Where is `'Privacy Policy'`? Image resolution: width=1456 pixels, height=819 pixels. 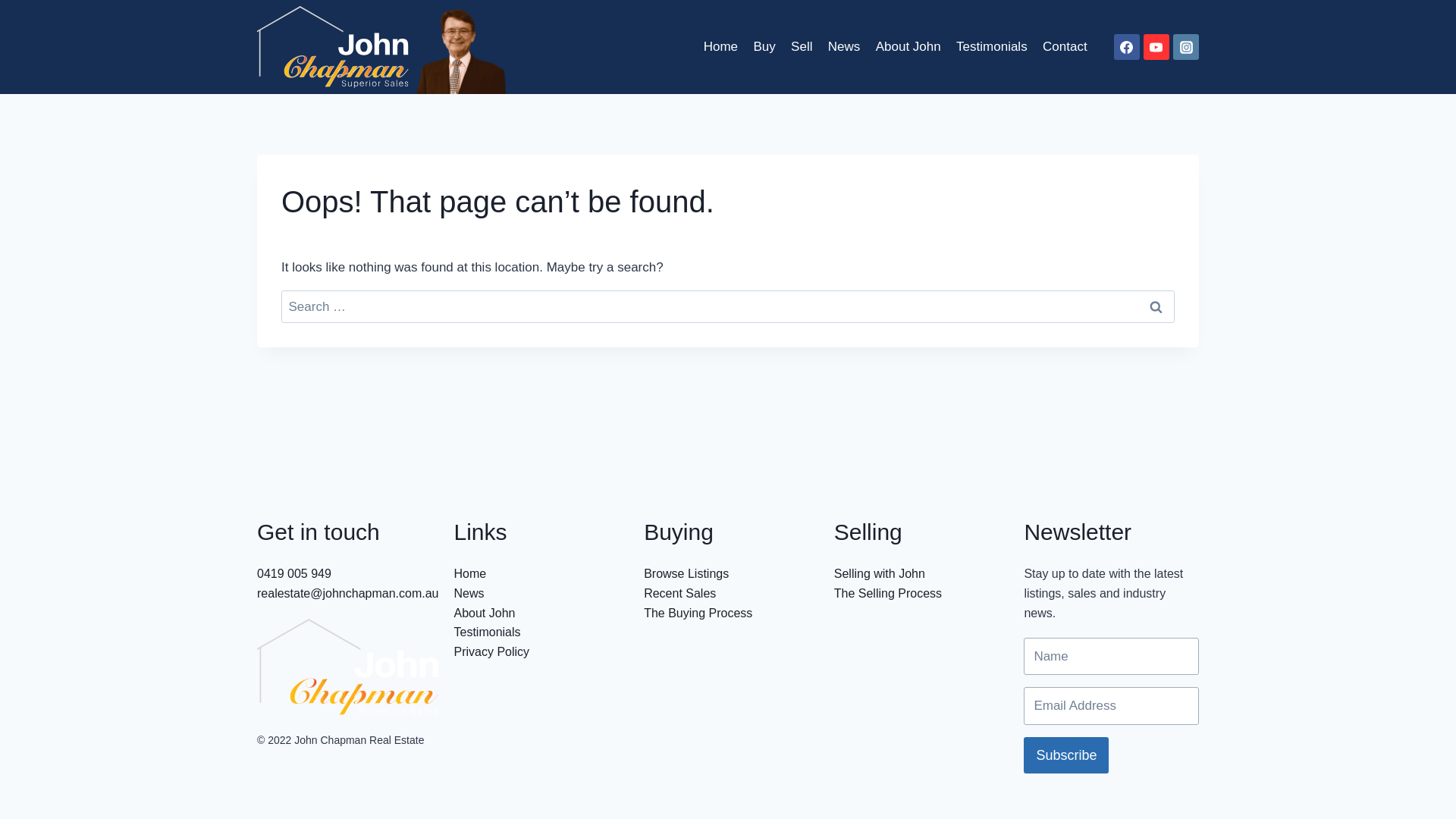 'Privacy Policy' is located at coordinates (491, 651).